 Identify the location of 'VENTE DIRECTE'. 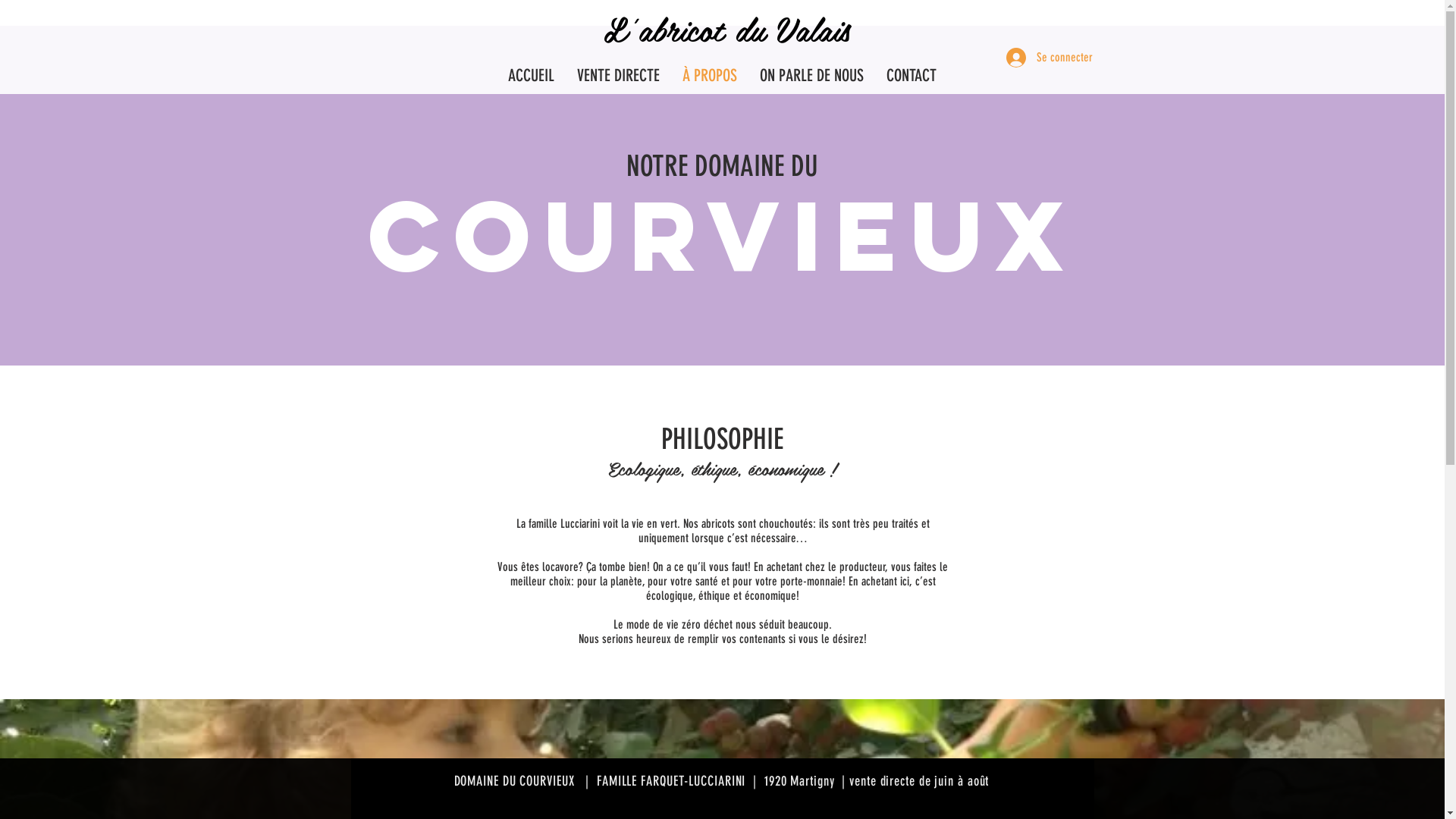
(564, 75).